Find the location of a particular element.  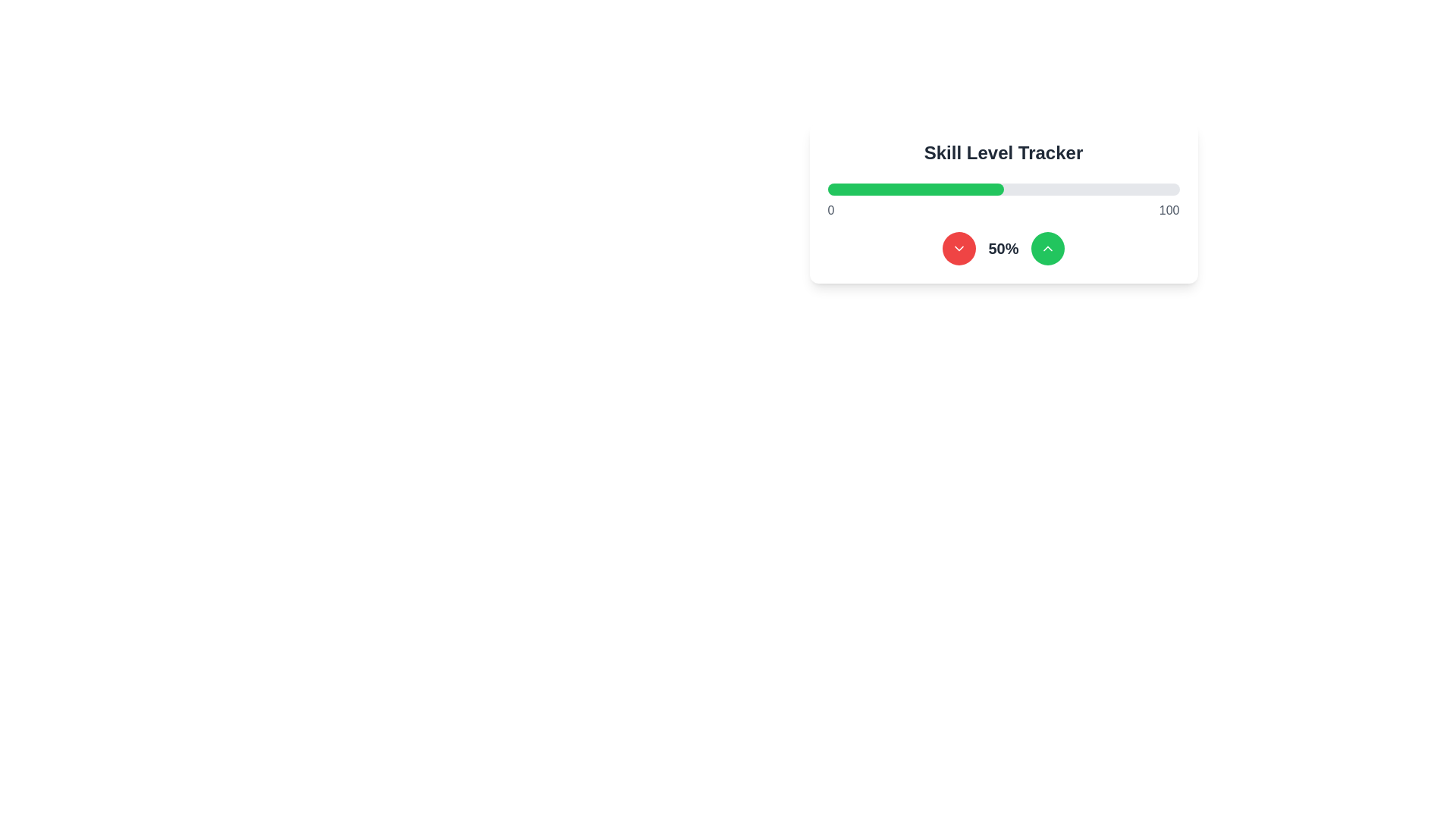

the chevron icon located within a green circular button, which indicates an upward scrolling action, positioned to the right of a red circular button and numeric text ('50%') is located at coordinates (1046, 247).